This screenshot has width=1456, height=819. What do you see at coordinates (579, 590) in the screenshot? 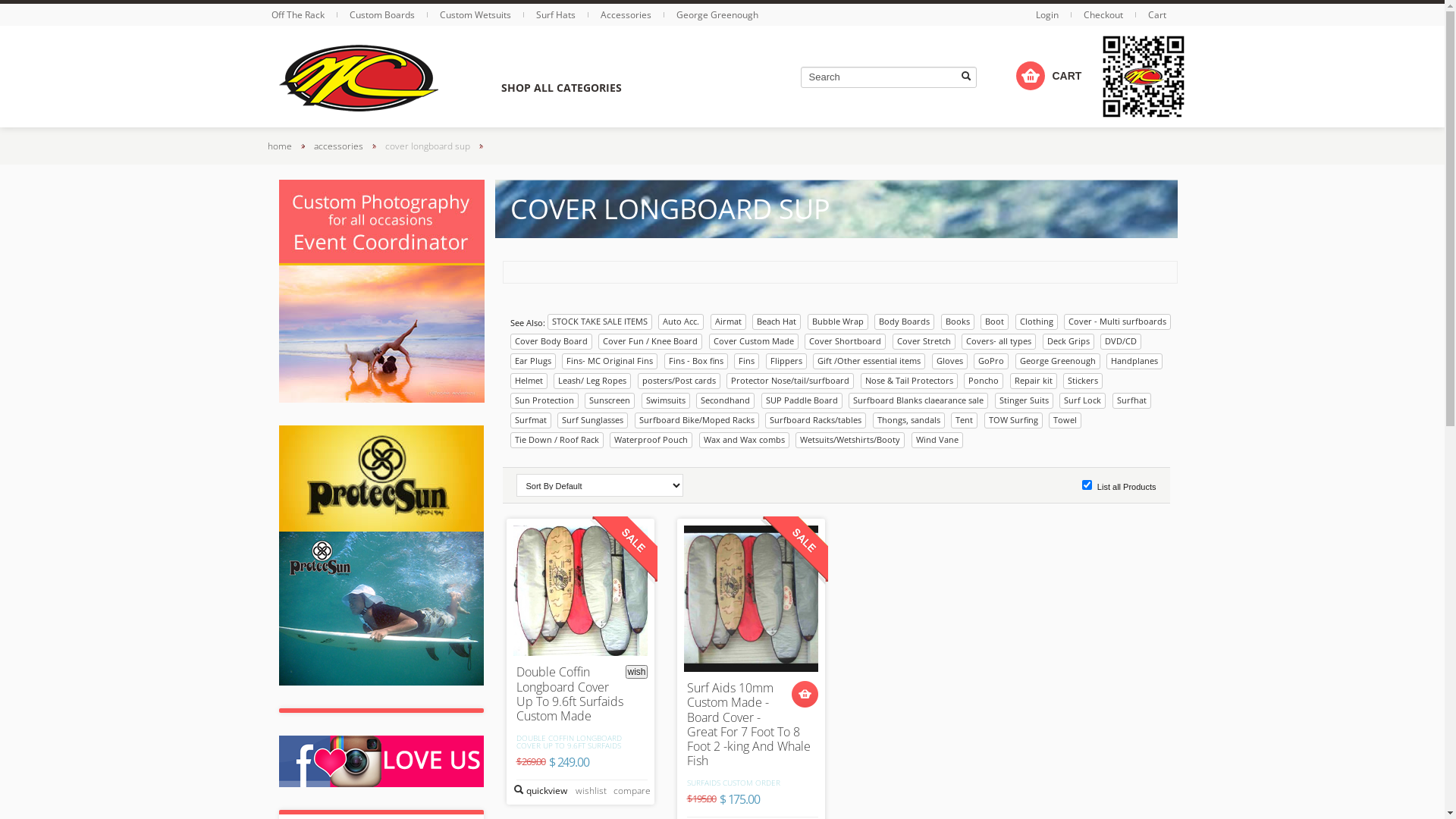
I see `'Code Double Coffin Longboard Cover up to 9.6FT Surfaids'` at bounding box center [579, 590].